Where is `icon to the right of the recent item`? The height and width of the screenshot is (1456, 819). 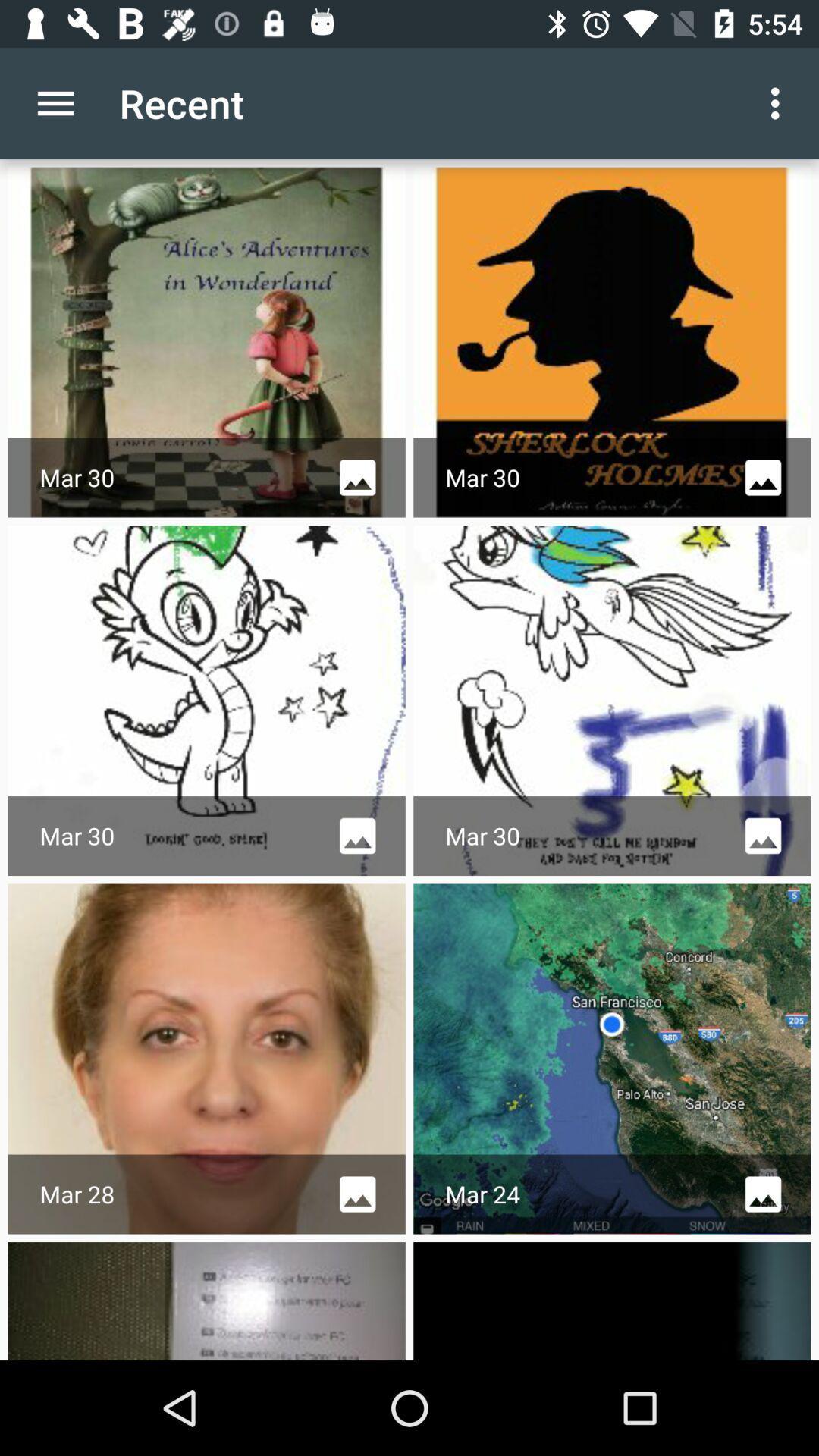
icon to the right of the recent item is located at coordinates (779, 102).